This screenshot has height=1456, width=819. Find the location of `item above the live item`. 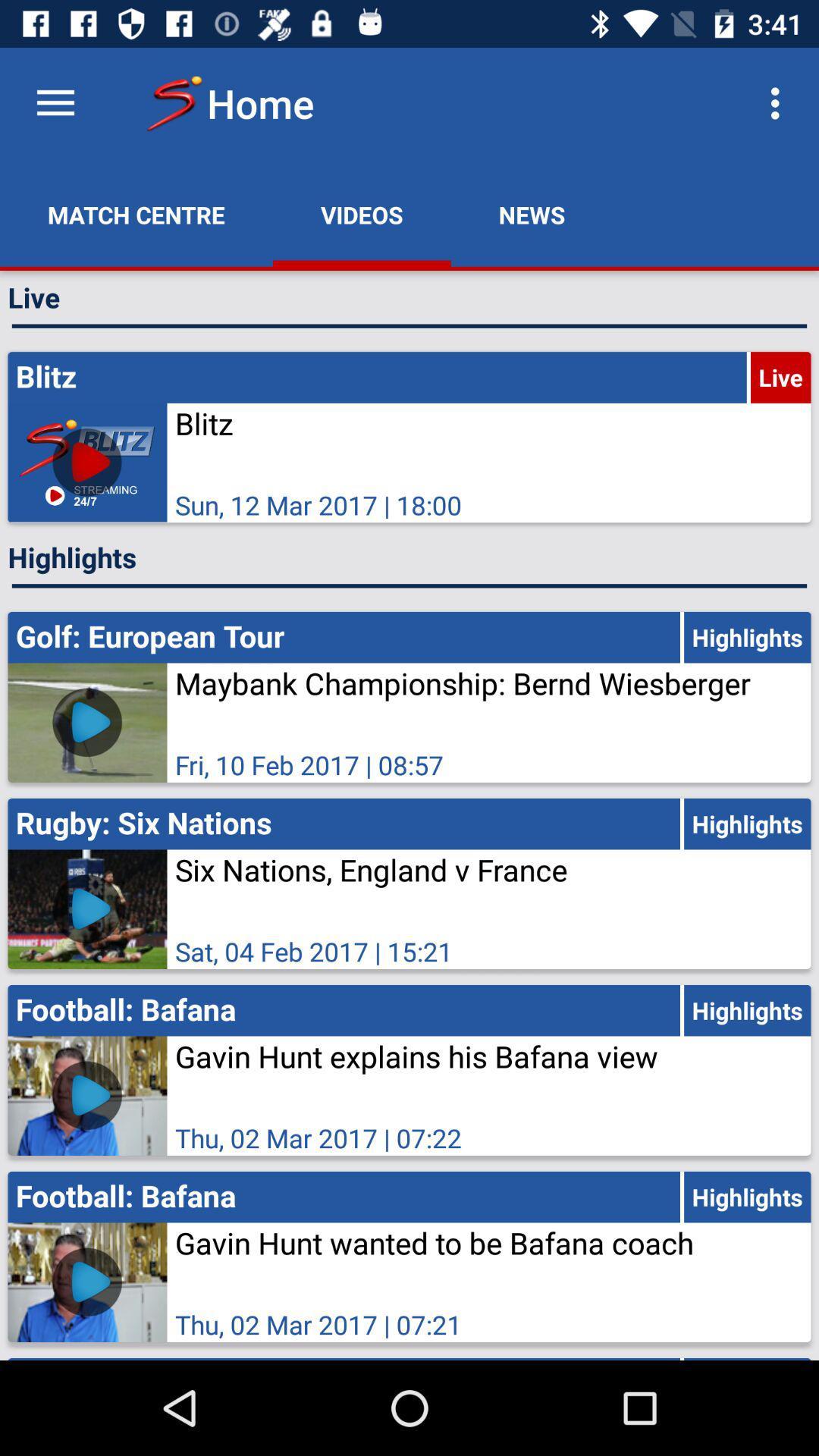

item above the live item is located at coordinates (136, 214).